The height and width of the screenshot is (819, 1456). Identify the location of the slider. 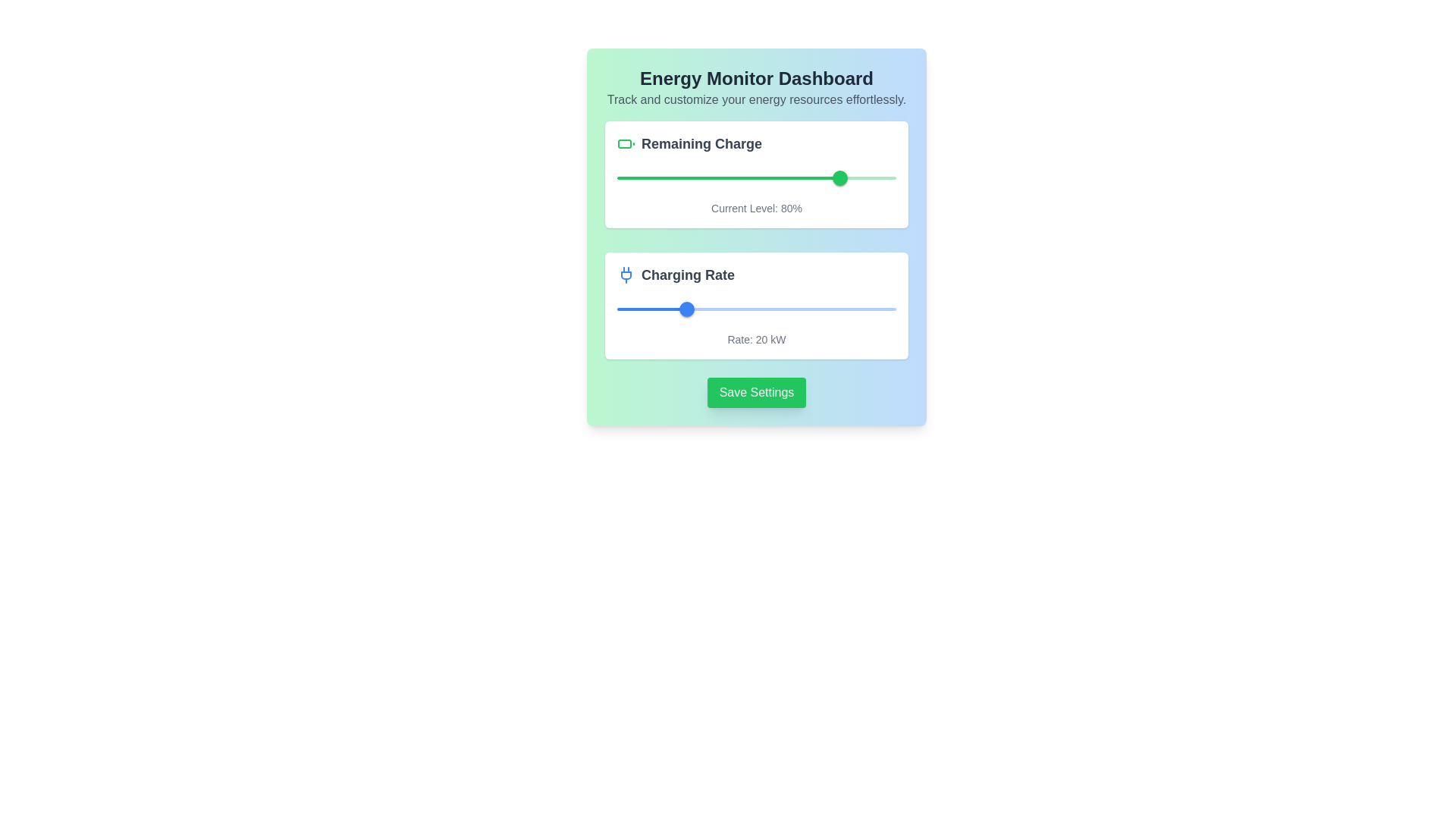
(843, 309).